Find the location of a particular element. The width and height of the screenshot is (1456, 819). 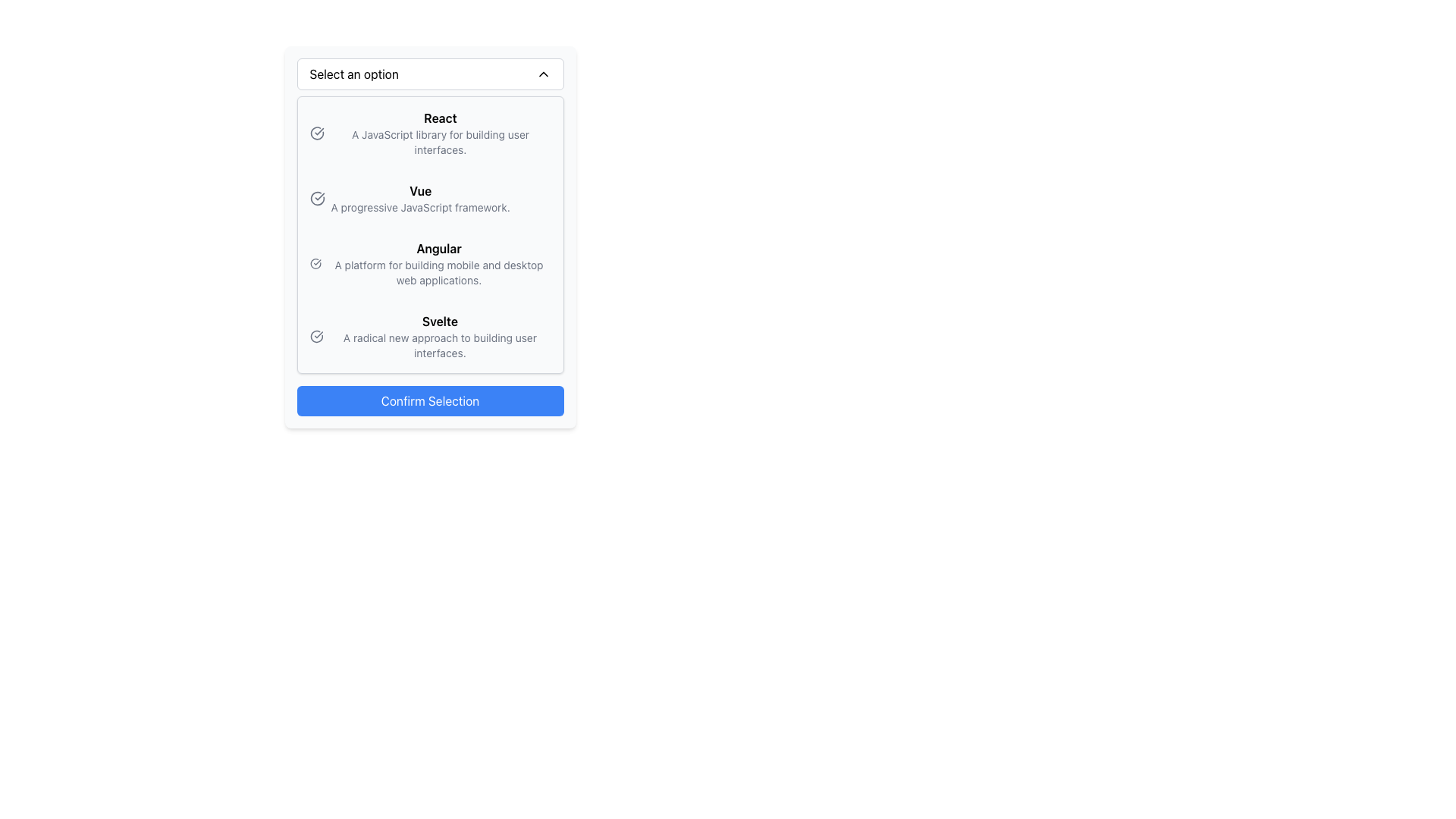

the list item displaying 'Angular' is located at coordinates (429, 262).